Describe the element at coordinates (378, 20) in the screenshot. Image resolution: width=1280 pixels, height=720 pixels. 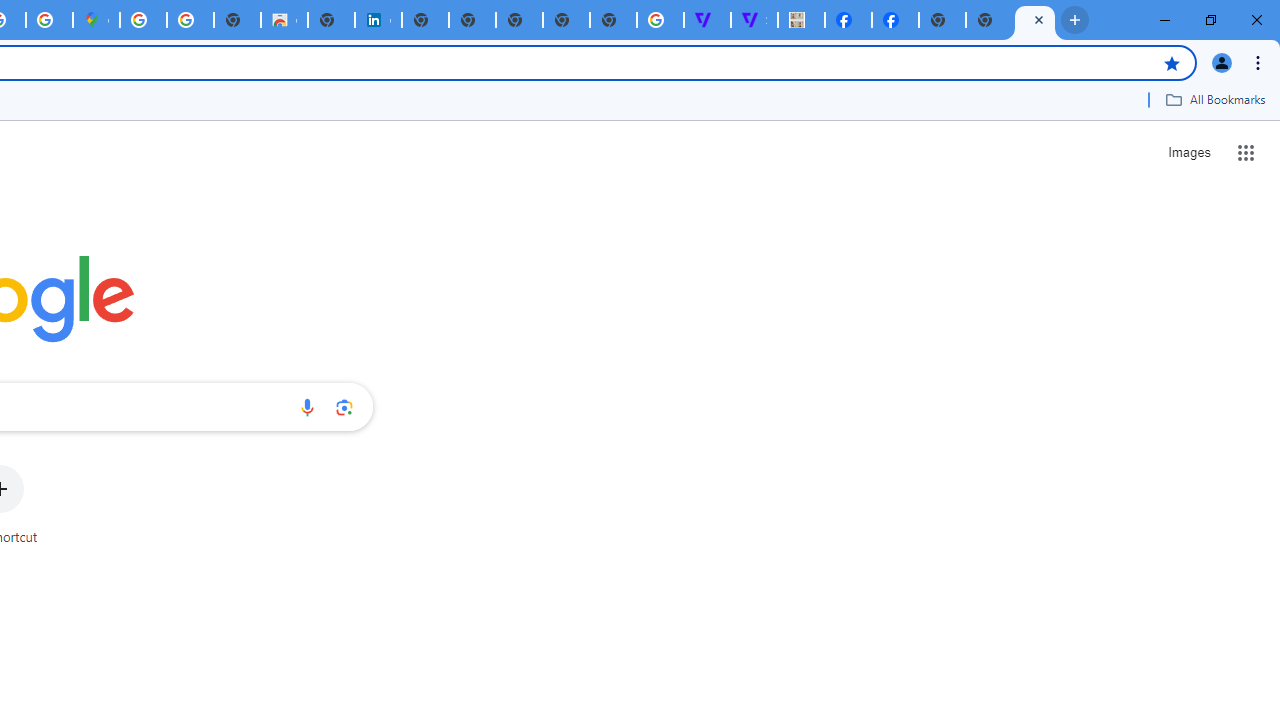
I see `'Cookie Policy | LinkedIn'` at that location.